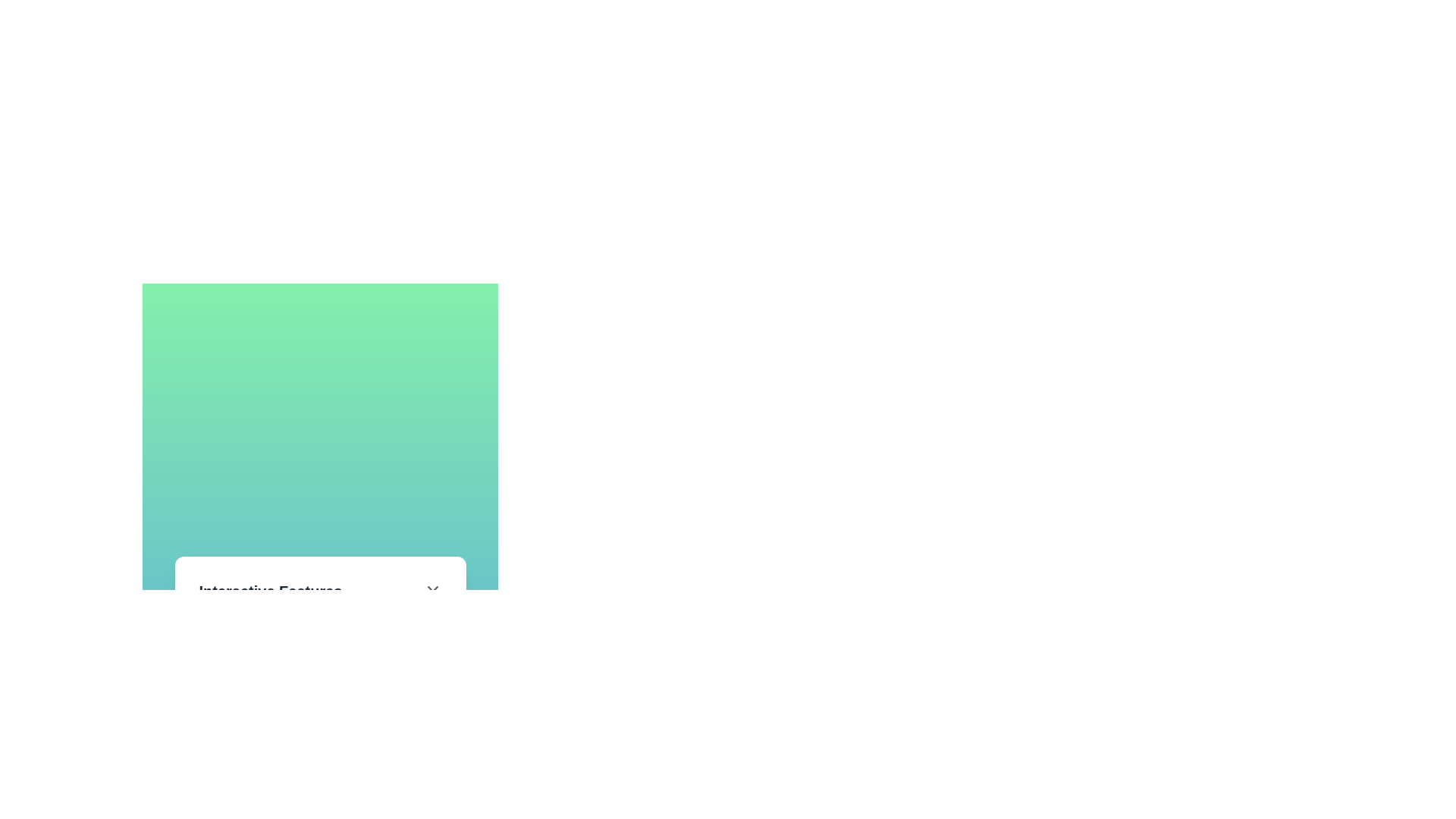 Image resolution: width=1456 pixels, height=819 pixels. What do you see at coordinates (270, 590) in the screenshot?
I see `the text label displaying 'Interactive Features' styled in bold, dark gray font, located at the lower part of the section with a gradient background` at bounding box center [270, 590].